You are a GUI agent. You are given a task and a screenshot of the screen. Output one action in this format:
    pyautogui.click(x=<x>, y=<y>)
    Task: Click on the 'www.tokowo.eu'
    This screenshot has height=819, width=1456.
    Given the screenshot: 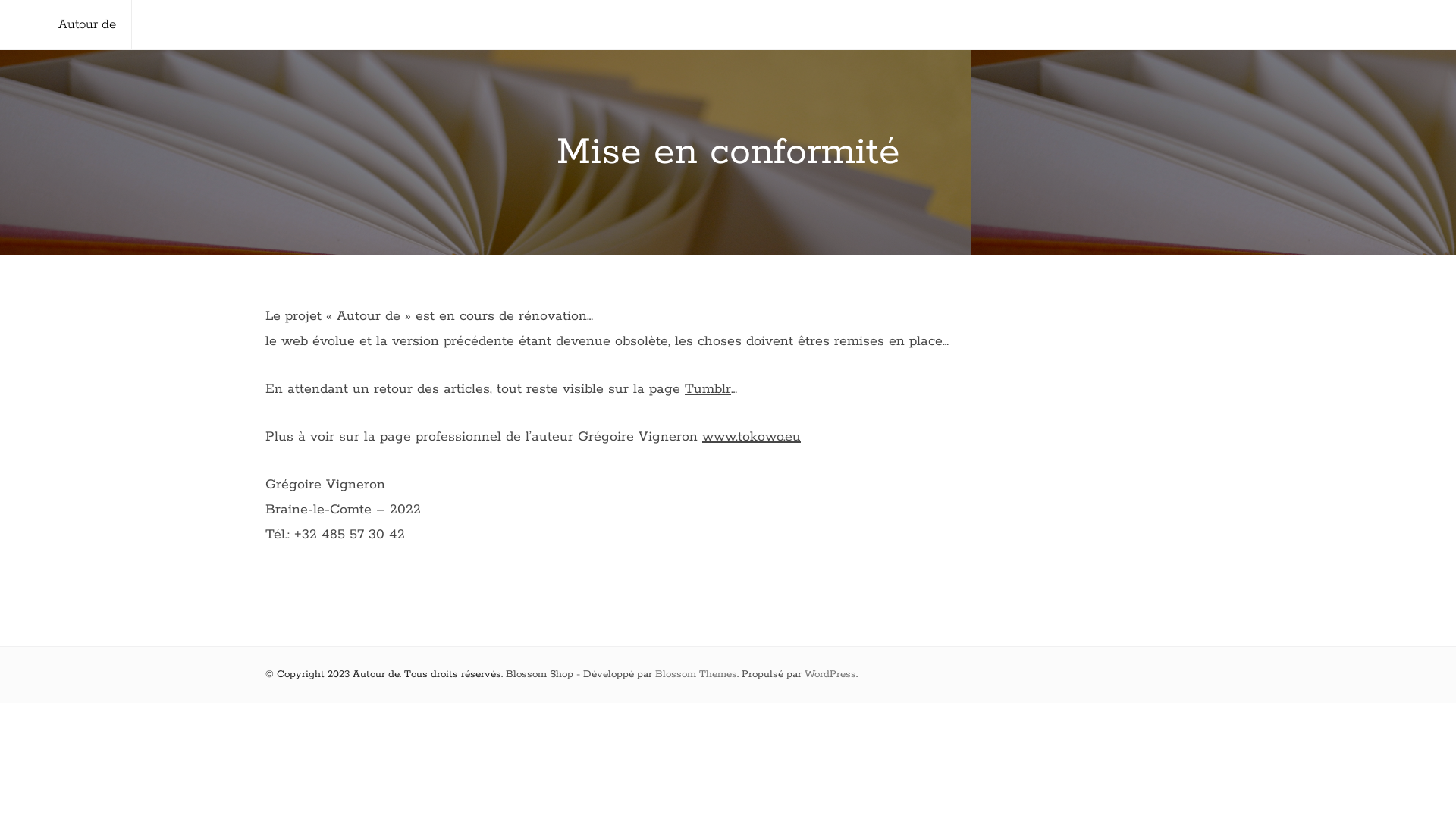 What is the action you would take?
    pyautogui.click(x=701, y=436)
    